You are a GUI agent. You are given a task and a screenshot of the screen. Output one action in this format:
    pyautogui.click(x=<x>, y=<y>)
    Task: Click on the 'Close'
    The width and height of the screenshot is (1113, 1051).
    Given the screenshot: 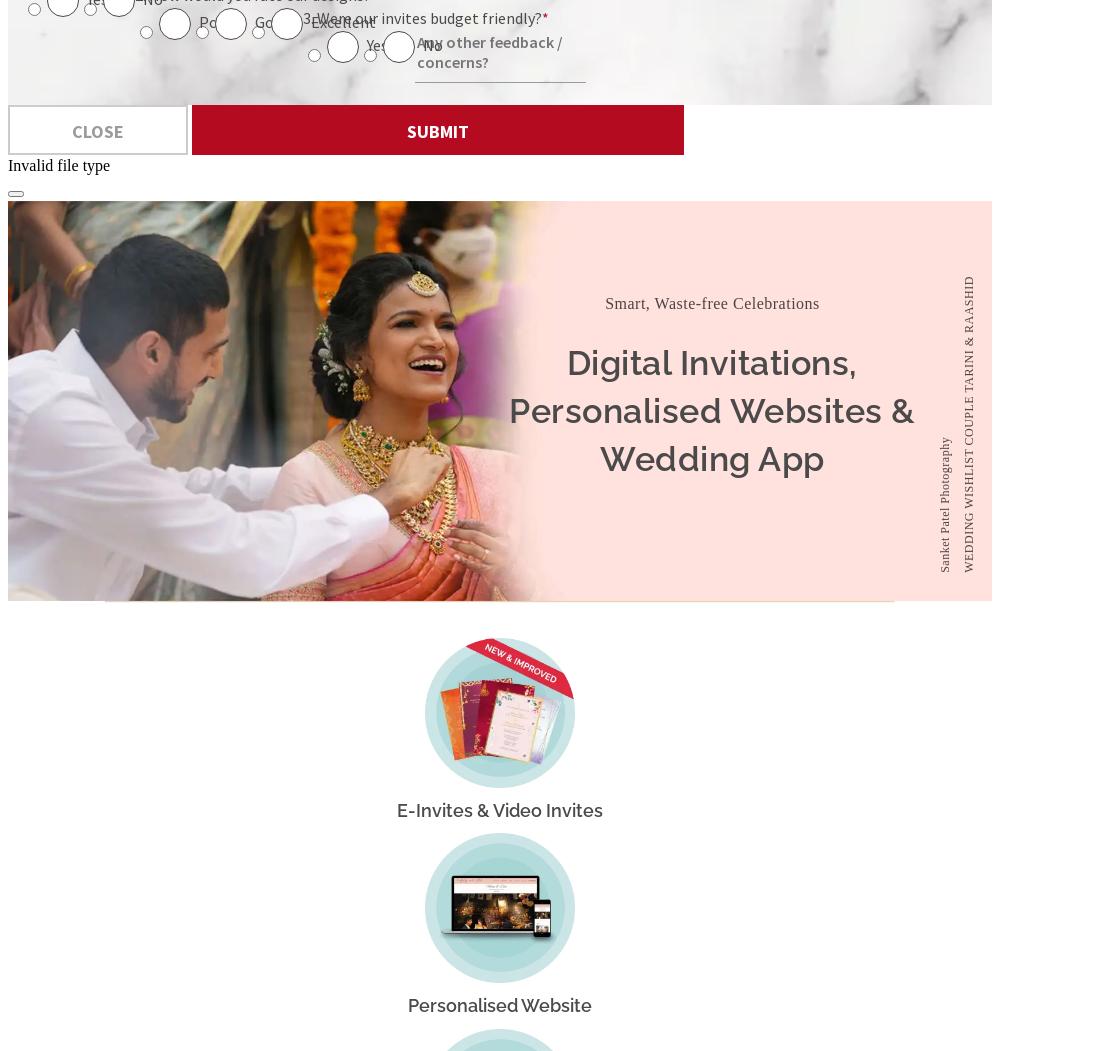 What is the action you would take?
    pyautogui.click(x=72, y=129)
    